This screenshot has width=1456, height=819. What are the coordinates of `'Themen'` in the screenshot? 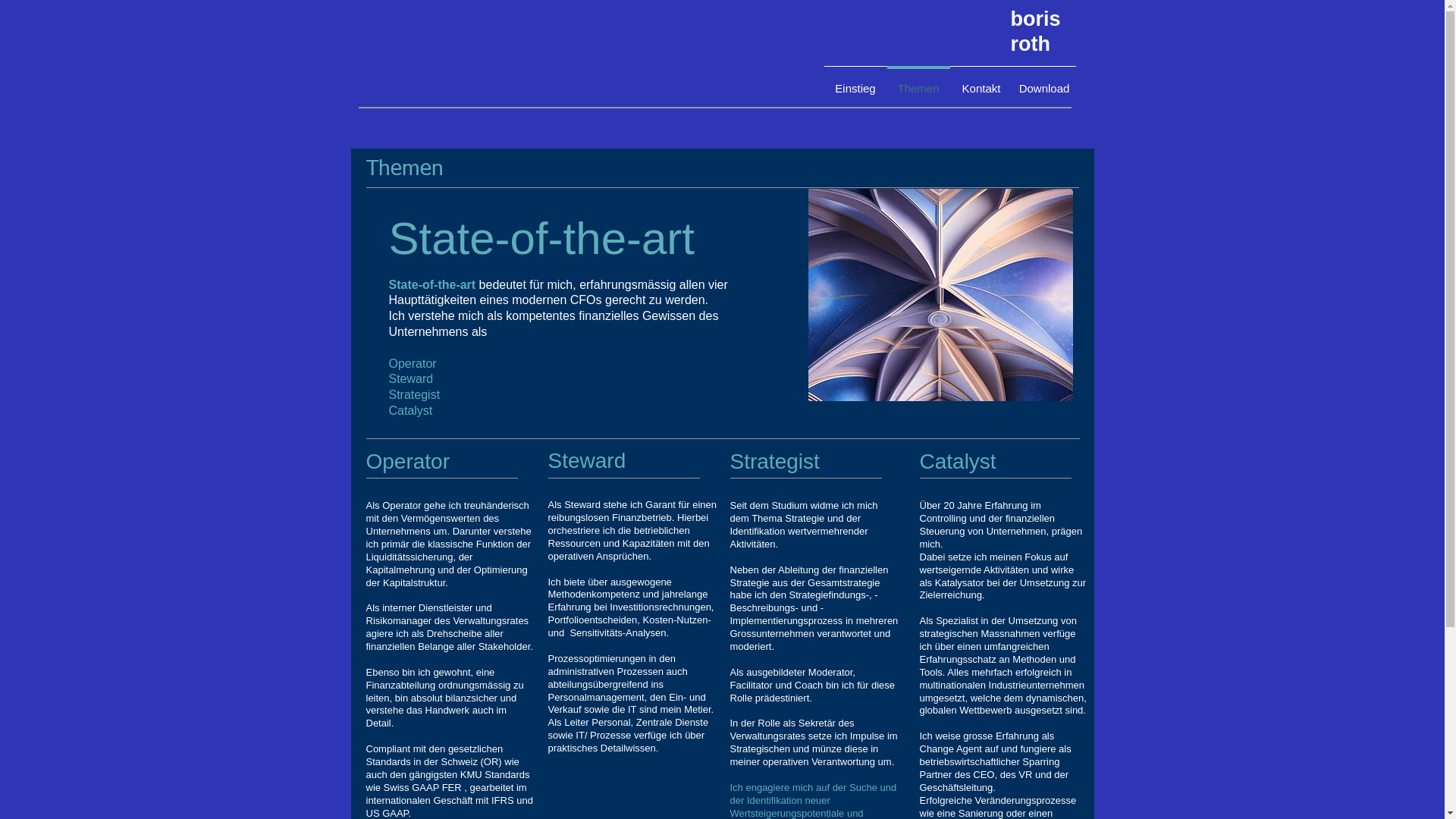 It's located at (918, 82).